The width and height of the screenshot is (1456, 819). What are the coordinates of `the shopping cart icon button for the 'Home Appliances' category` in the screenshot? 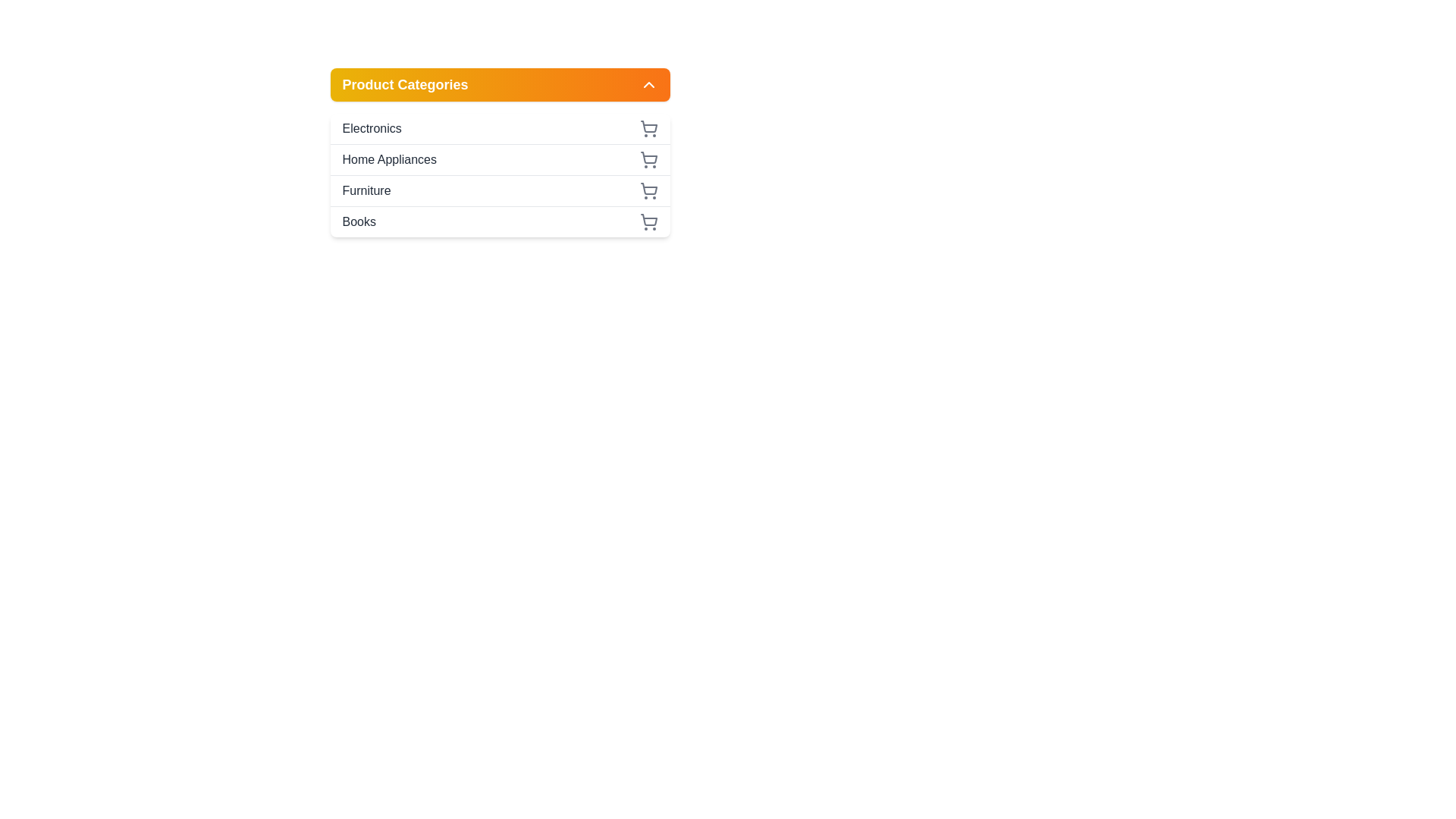 It's located at (648, 158).